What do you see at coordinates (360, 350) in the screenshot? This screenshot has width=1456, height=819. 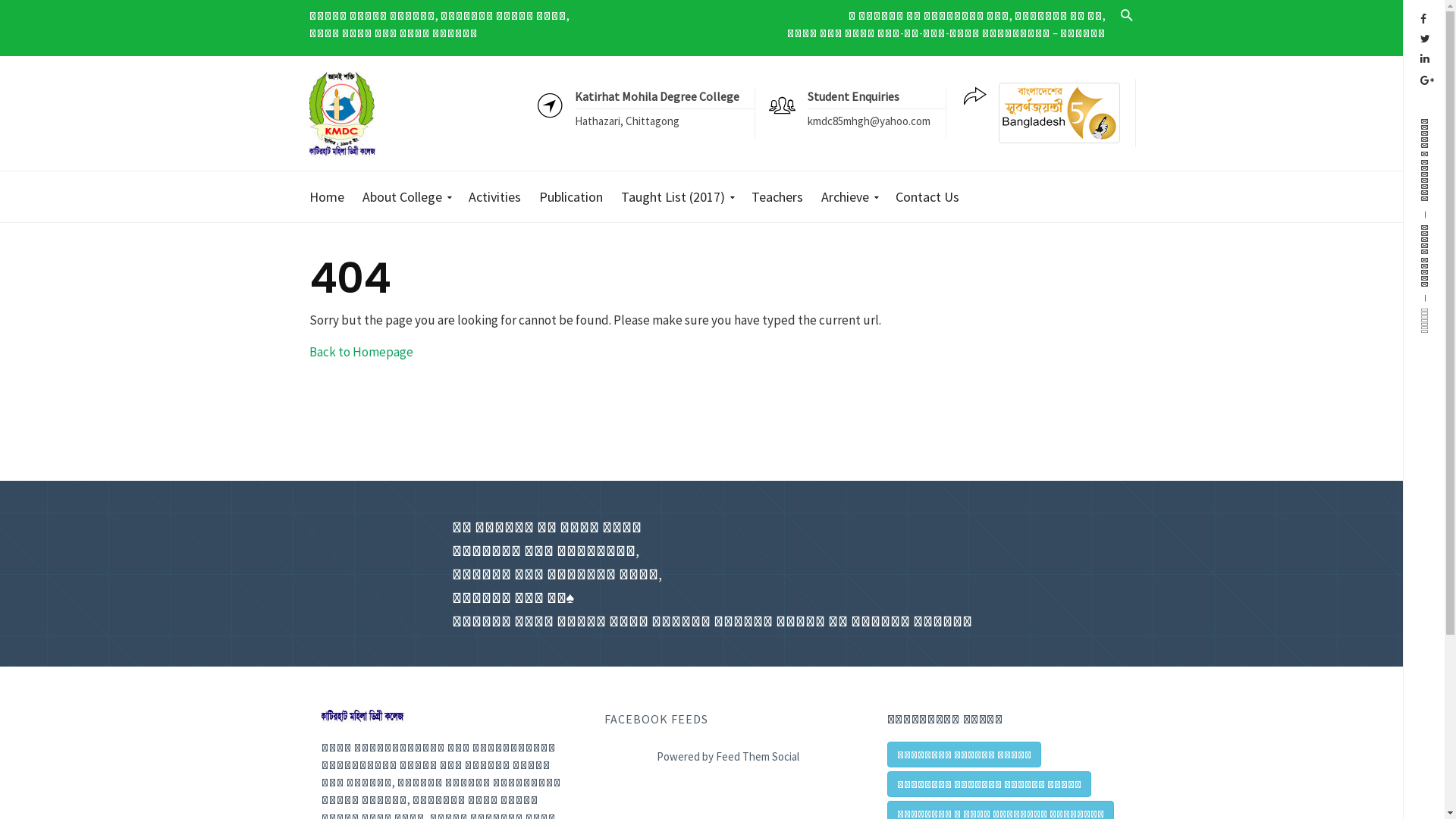 I see `'Back to Homepage'` at bounding box center [360, 350].